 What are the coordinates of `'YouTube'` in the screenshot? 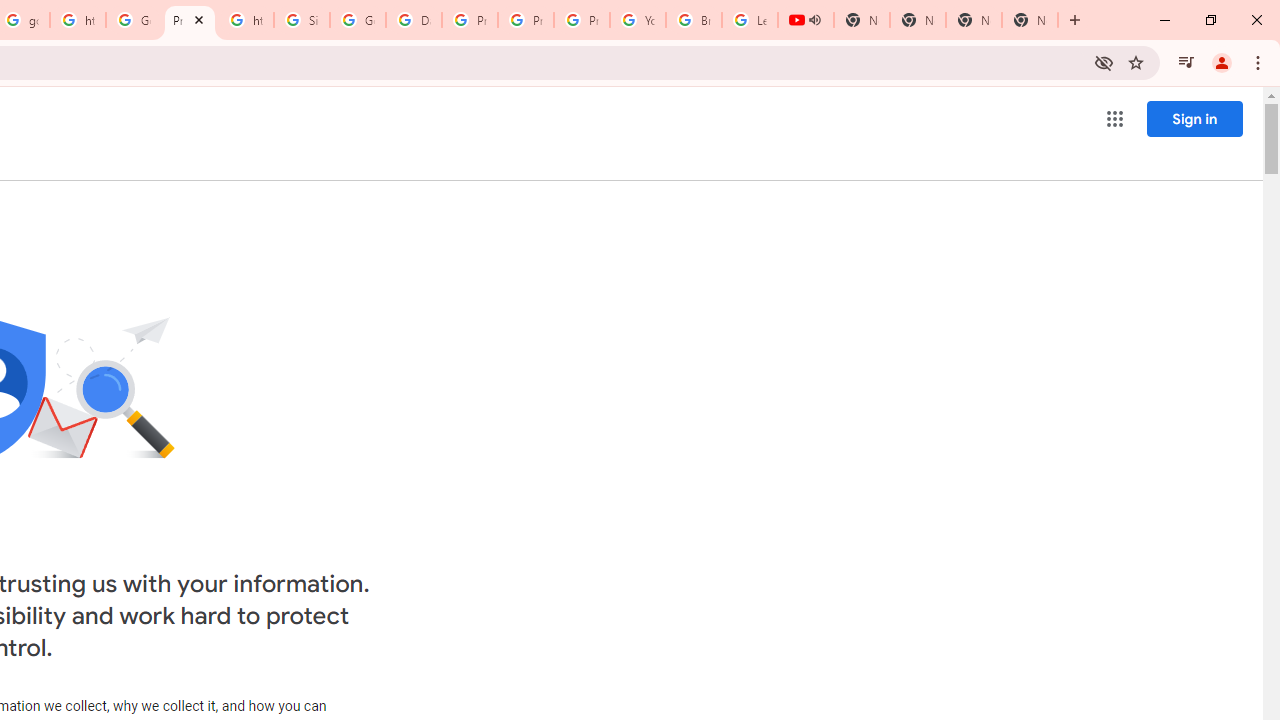 It's located at (637, 20).